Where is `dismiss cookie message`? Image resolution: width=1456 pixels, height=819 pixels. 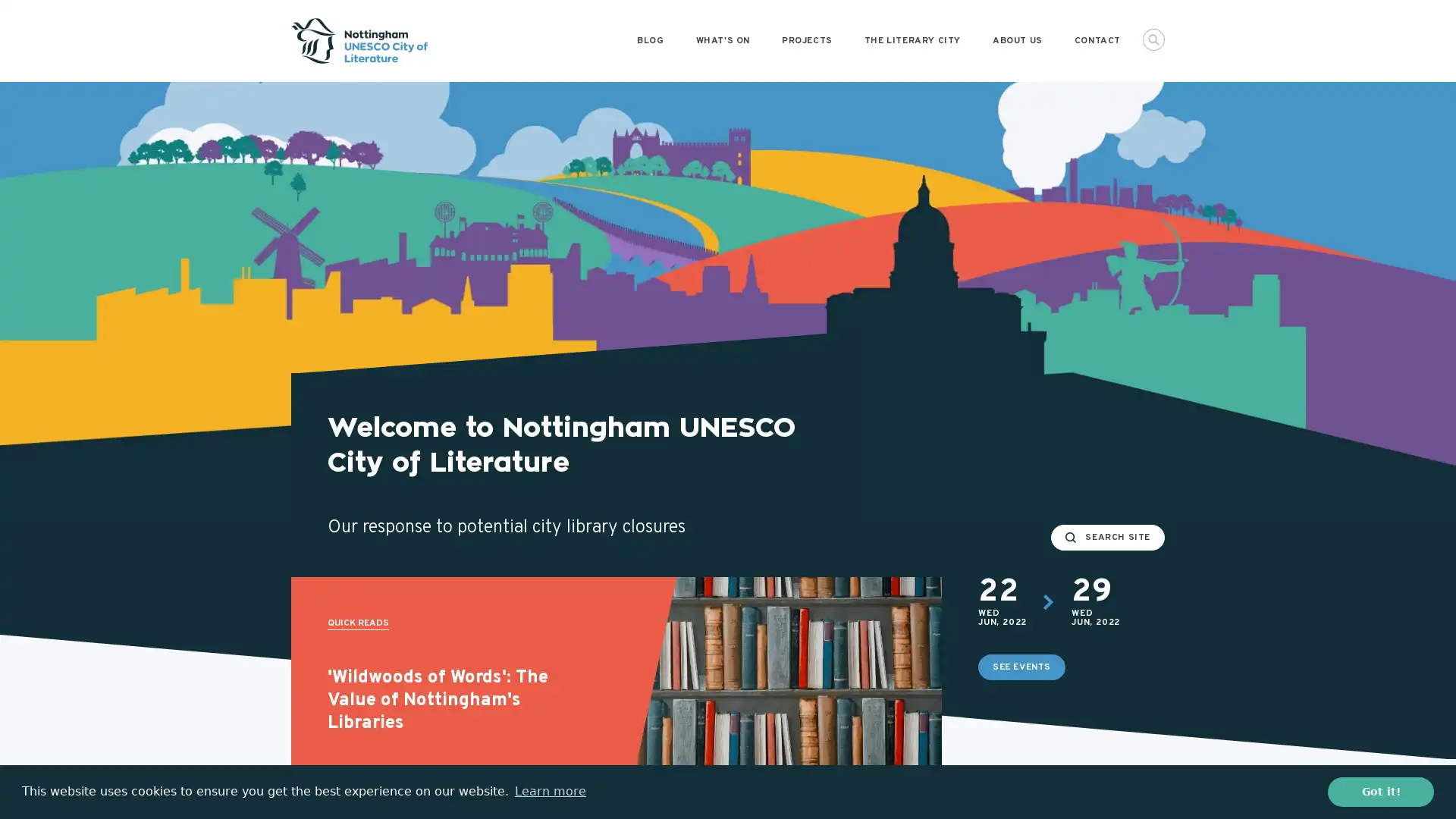
dismiss cookie message is located at coordinates (1380, 791).